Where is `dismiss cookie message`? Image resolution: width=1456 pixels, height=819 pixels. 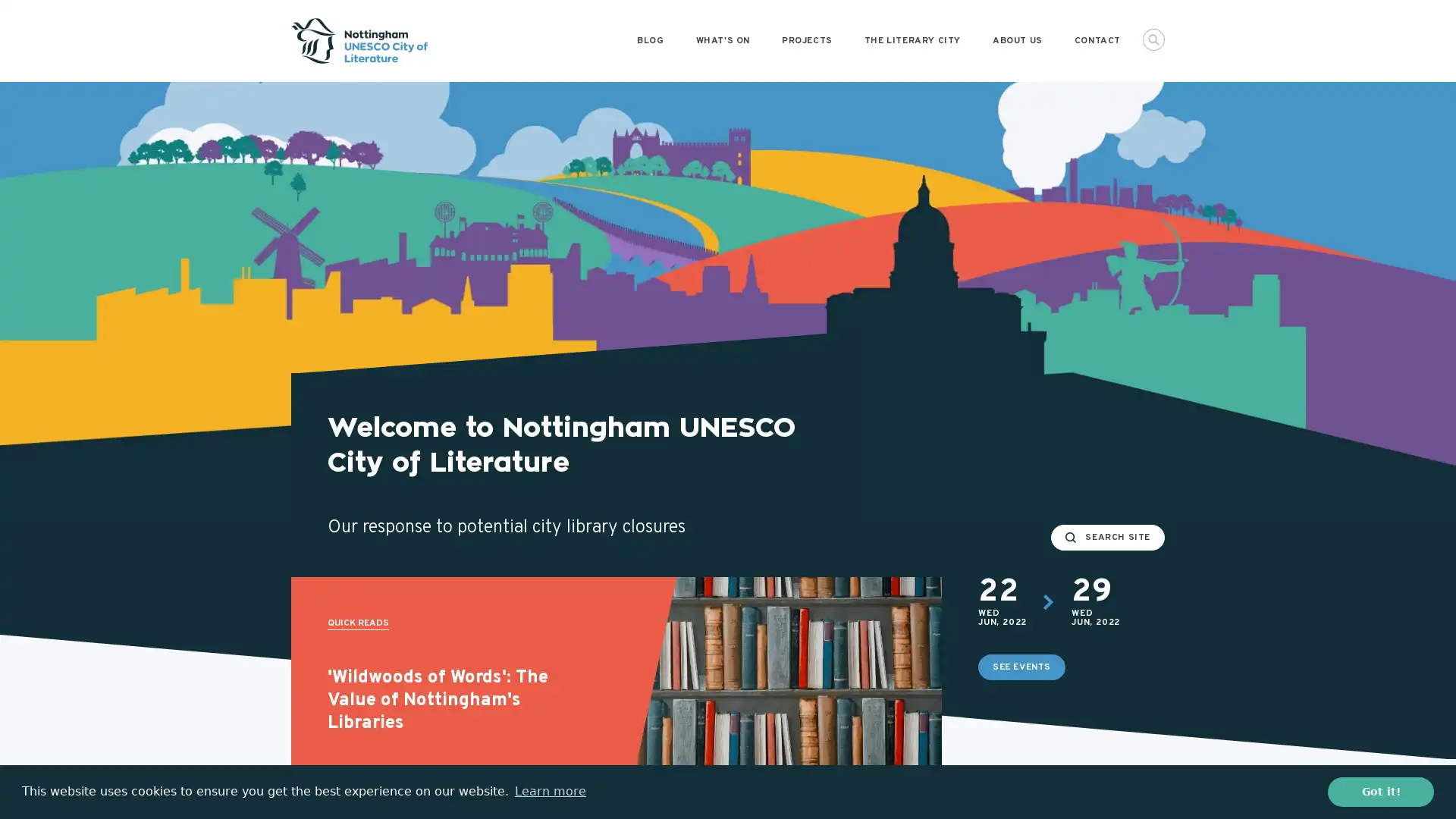
dismiss cookie message is located at coordinates (1380, 791).